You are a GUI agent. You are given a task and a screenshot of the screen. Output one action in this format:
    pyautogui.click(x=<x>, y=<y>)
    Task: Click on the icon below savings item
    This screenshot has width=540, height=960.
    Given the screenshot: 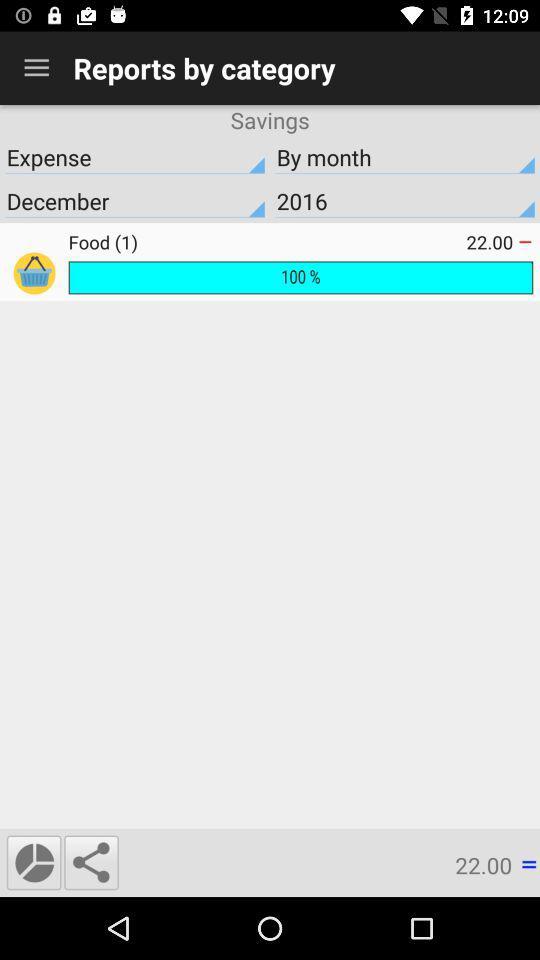 What is the action you would take?
    pyautogui.click(x=405, y=156)
    